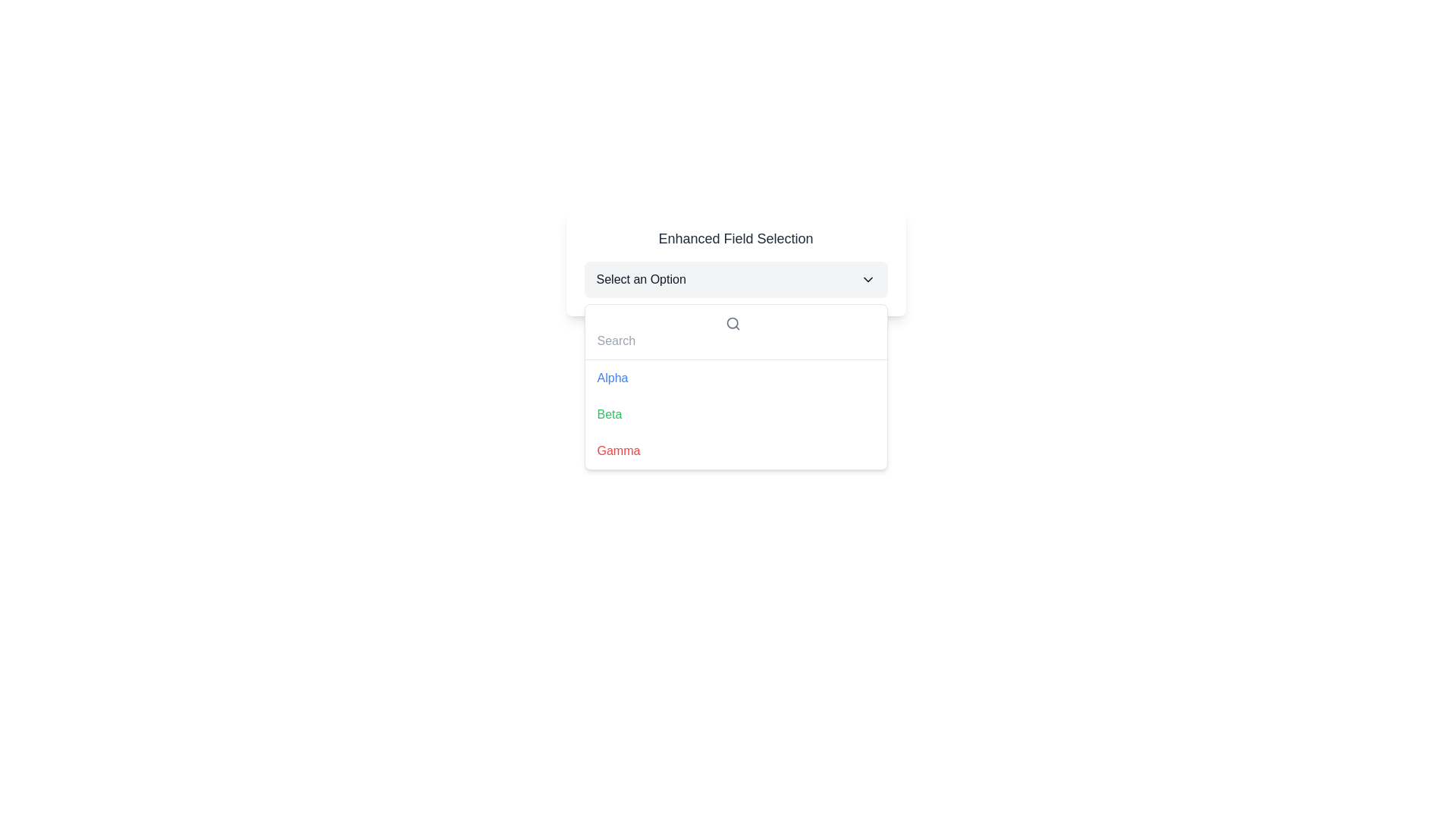 The height and width of the screenshot is (819, 1456). What do you see at coordinates (868, 280) in the screenshot?
I see `the dropdown menu icon located to the far right of the text 'Select an Option', which serves as a visual indicator for revealing more options` at bounding box center [868, 280].